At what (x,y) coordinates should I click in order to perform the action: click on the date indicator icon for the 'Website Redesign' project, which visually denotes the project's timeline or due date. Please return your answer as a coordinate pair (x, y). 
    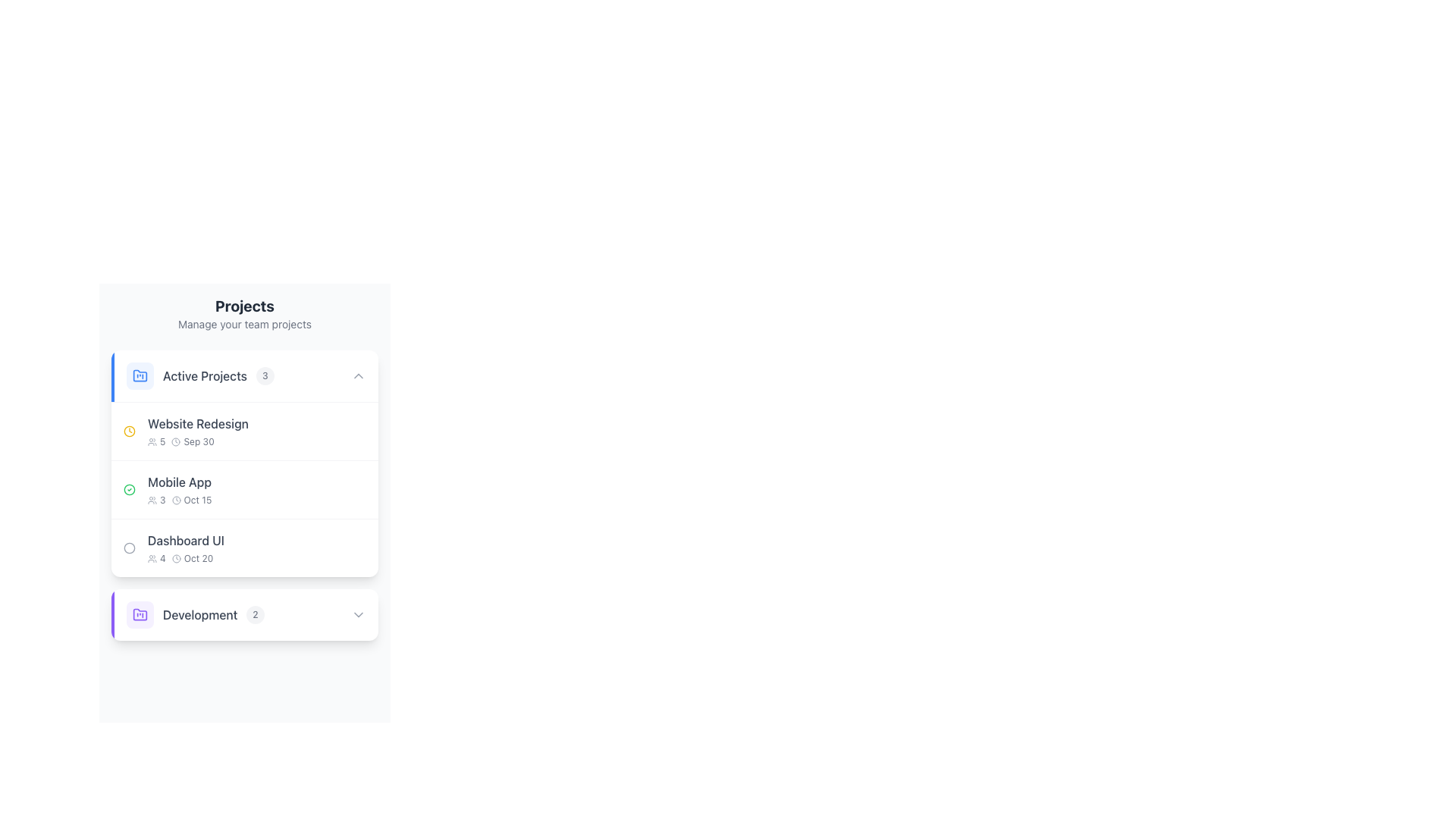
    Looking at the image, I should click on (130, 431).